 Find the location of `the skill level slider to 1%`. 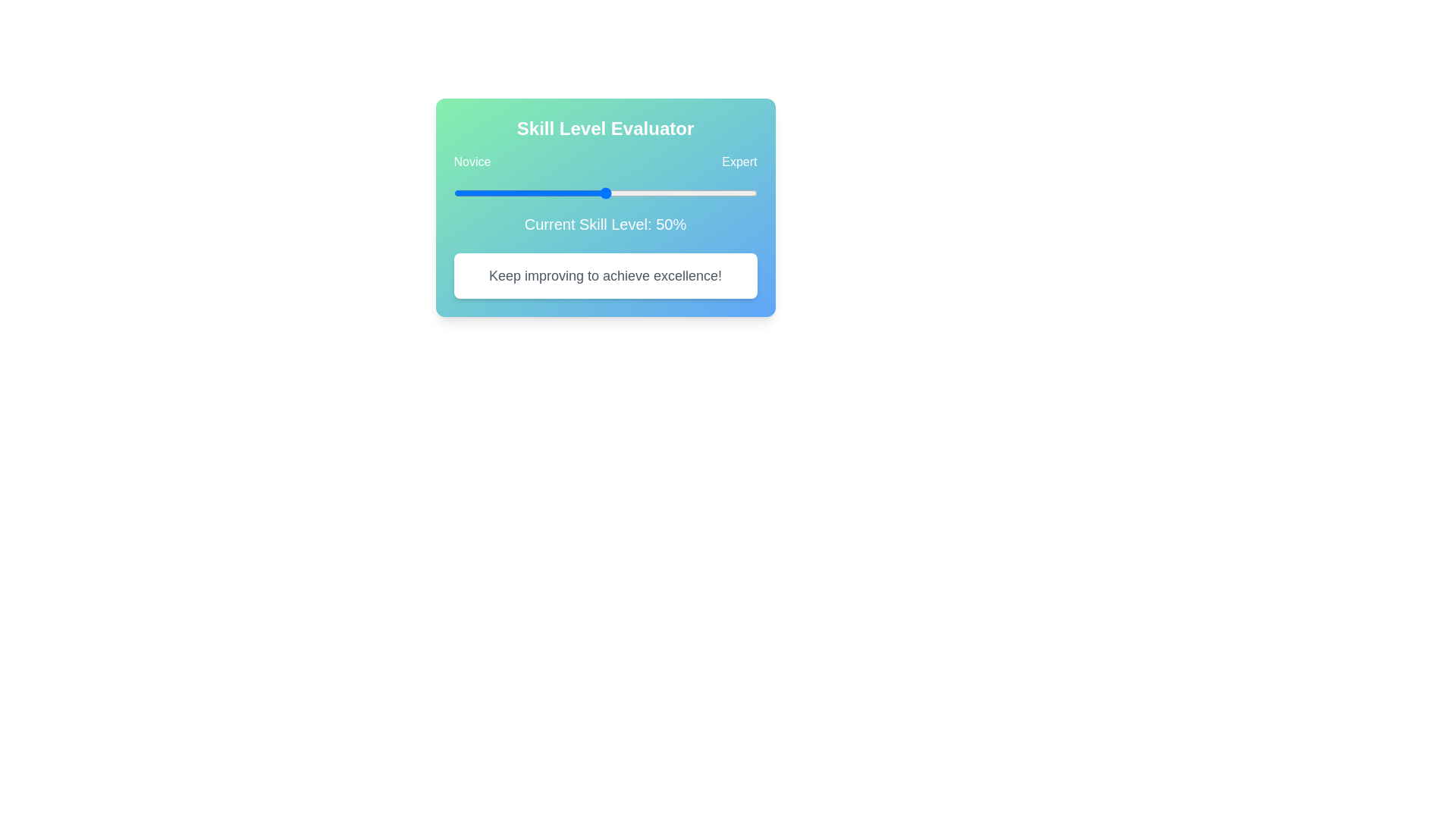

the skill level slider to 1% is located at coordinates (456, 192).